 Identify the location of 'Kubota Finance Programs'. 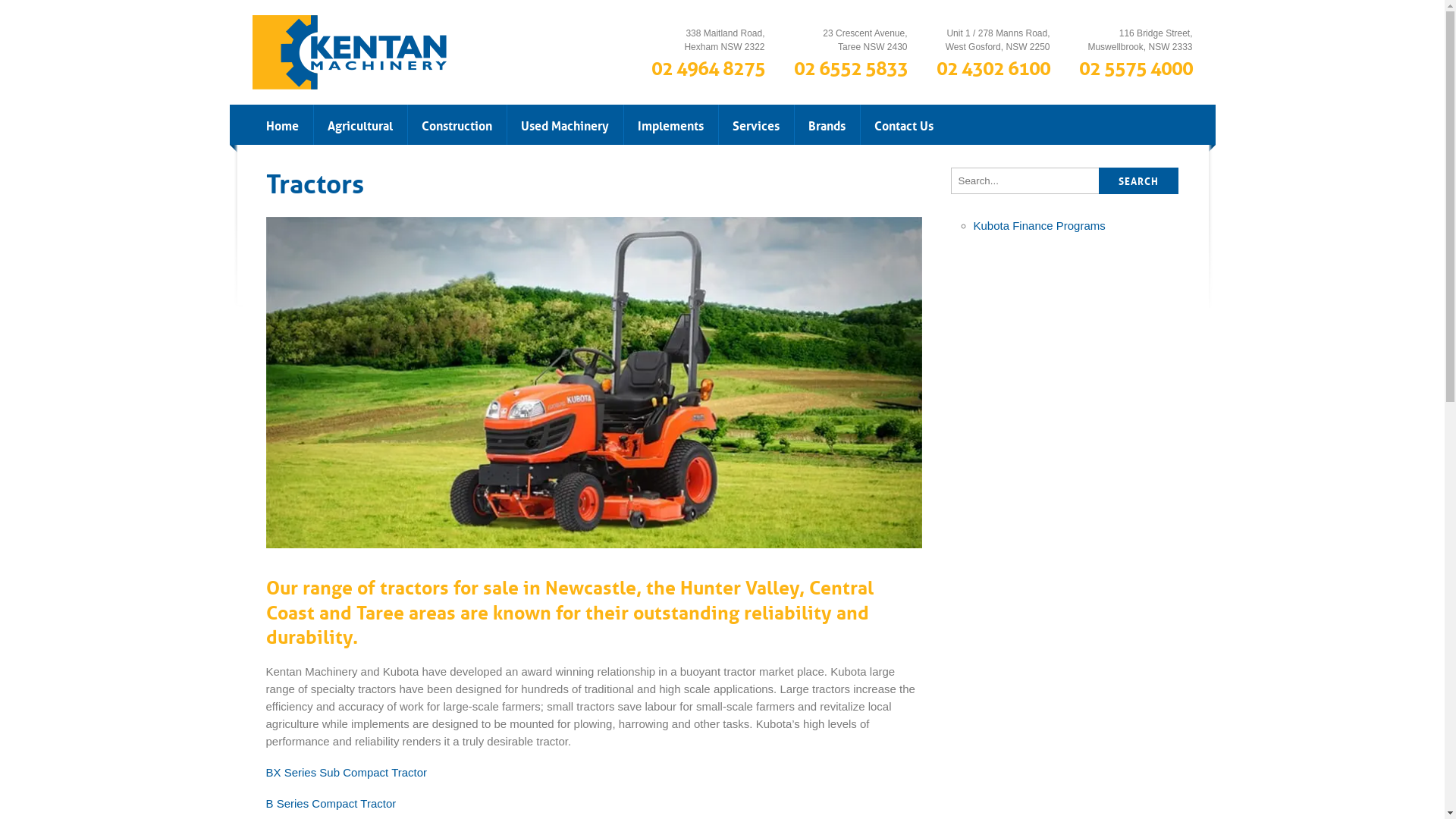
(1039, 225).